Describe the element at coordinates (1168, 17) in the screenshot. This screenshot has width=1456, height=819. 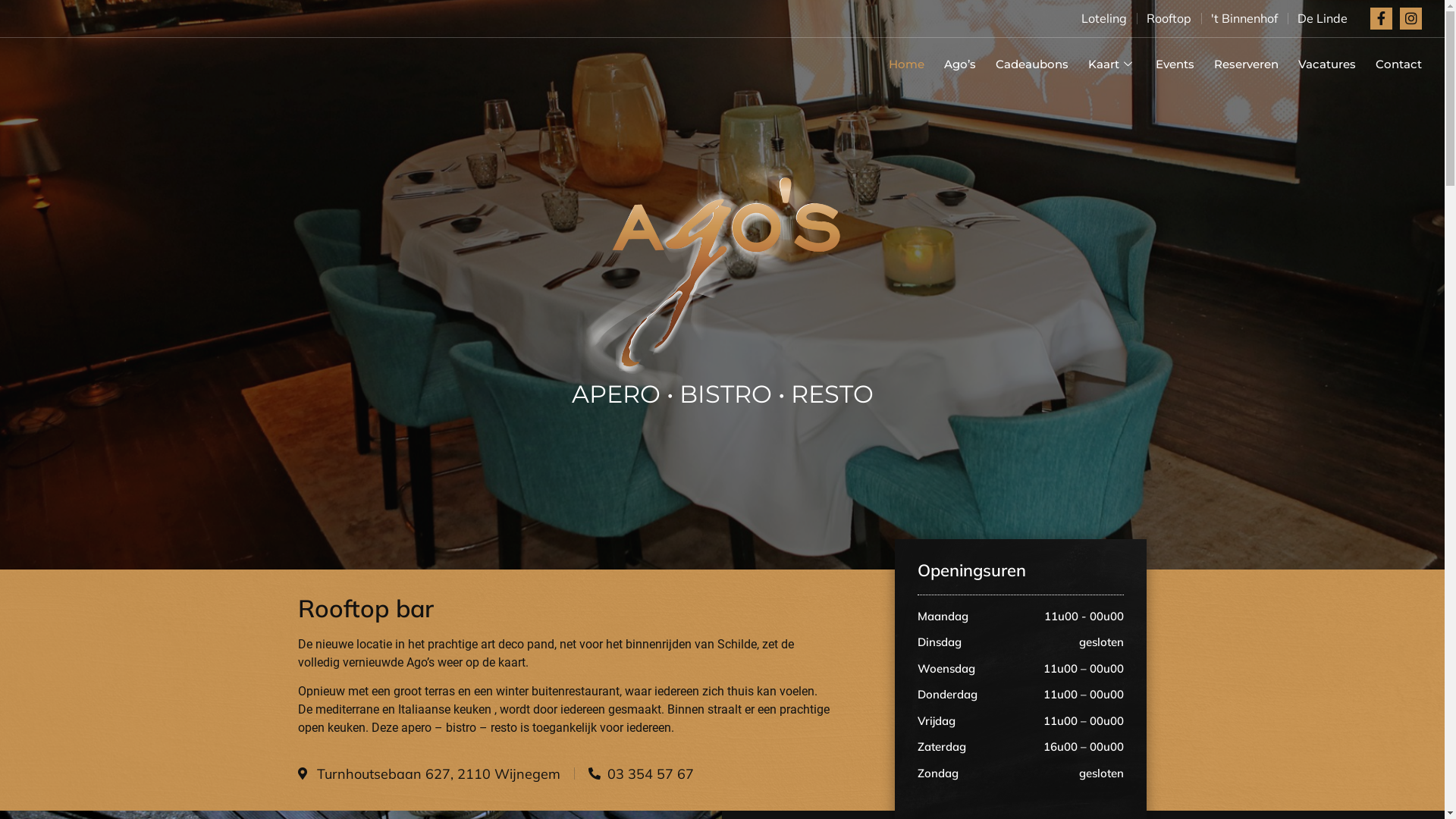
I see `'Rooftop'` at that location.